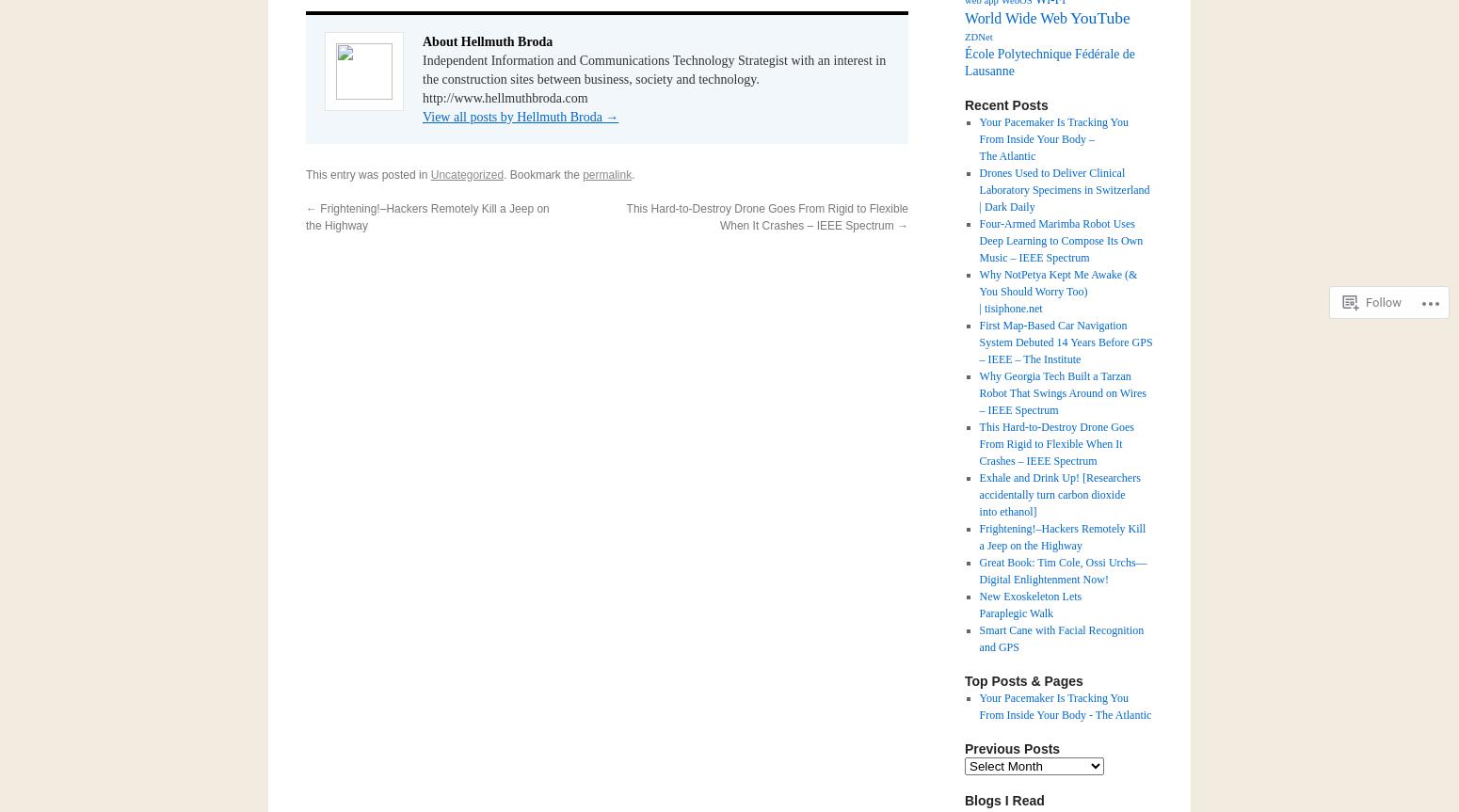  Describe the element at coordinates (1049, 62) in the screenshot. I see `'École Polytechnique Fédérale de Lausanne'` at that location.